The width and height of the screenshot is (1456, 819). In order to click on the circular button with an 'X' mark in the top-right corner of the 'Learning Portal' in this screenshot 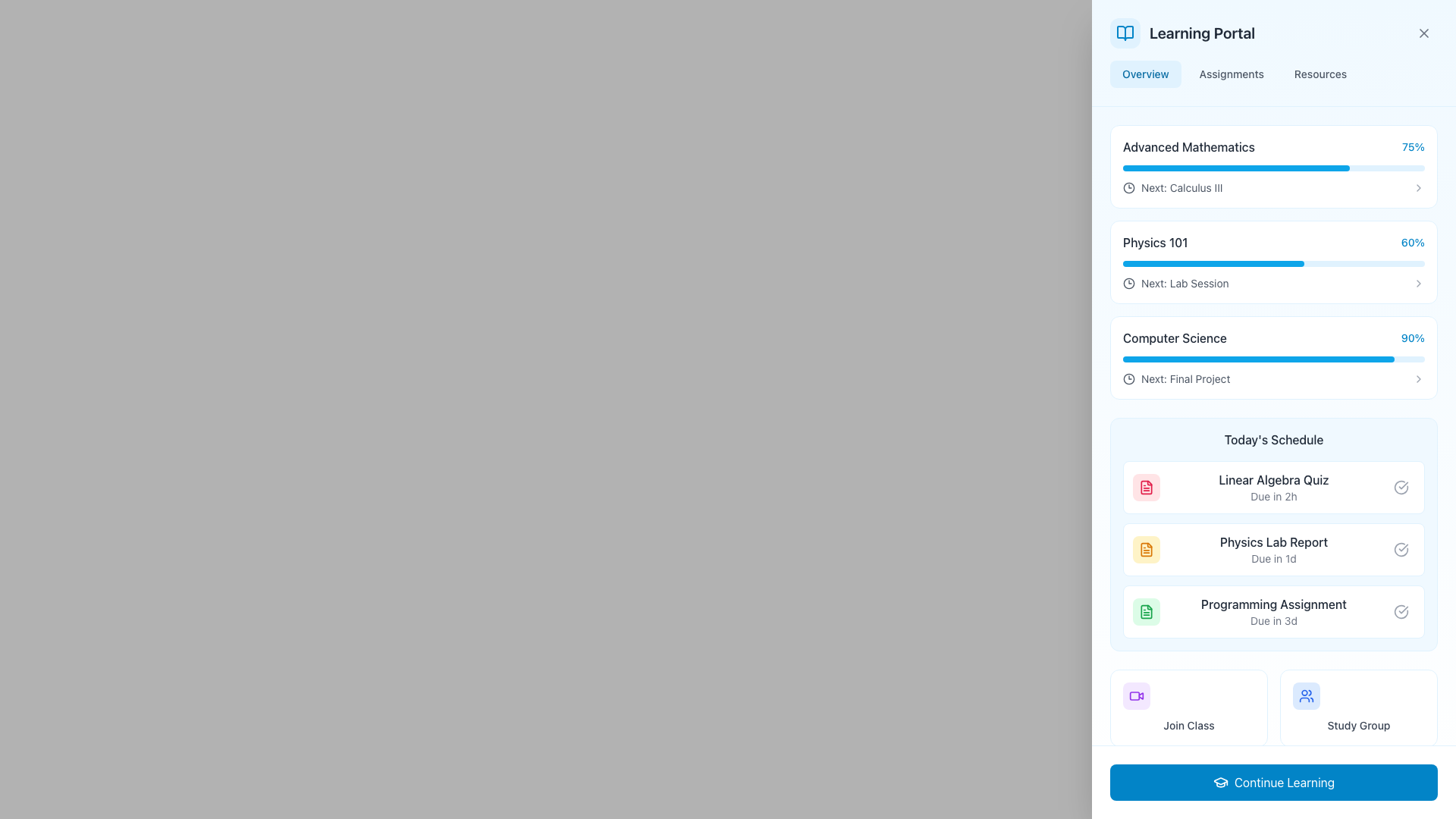, I will do `click(1423, 33)`.